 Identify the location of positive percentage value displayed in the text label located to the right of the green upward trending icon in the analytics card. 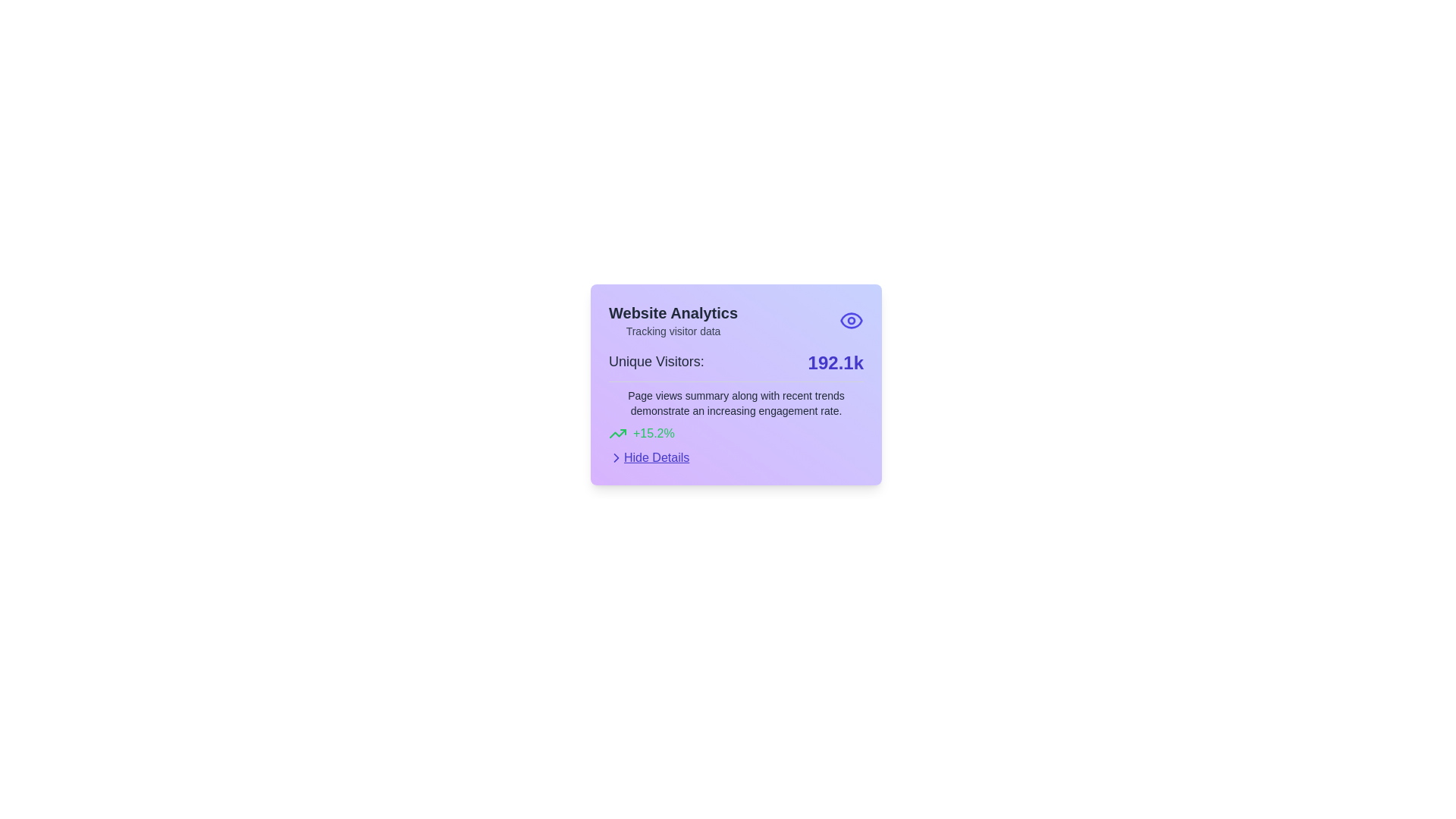
(654, 433).